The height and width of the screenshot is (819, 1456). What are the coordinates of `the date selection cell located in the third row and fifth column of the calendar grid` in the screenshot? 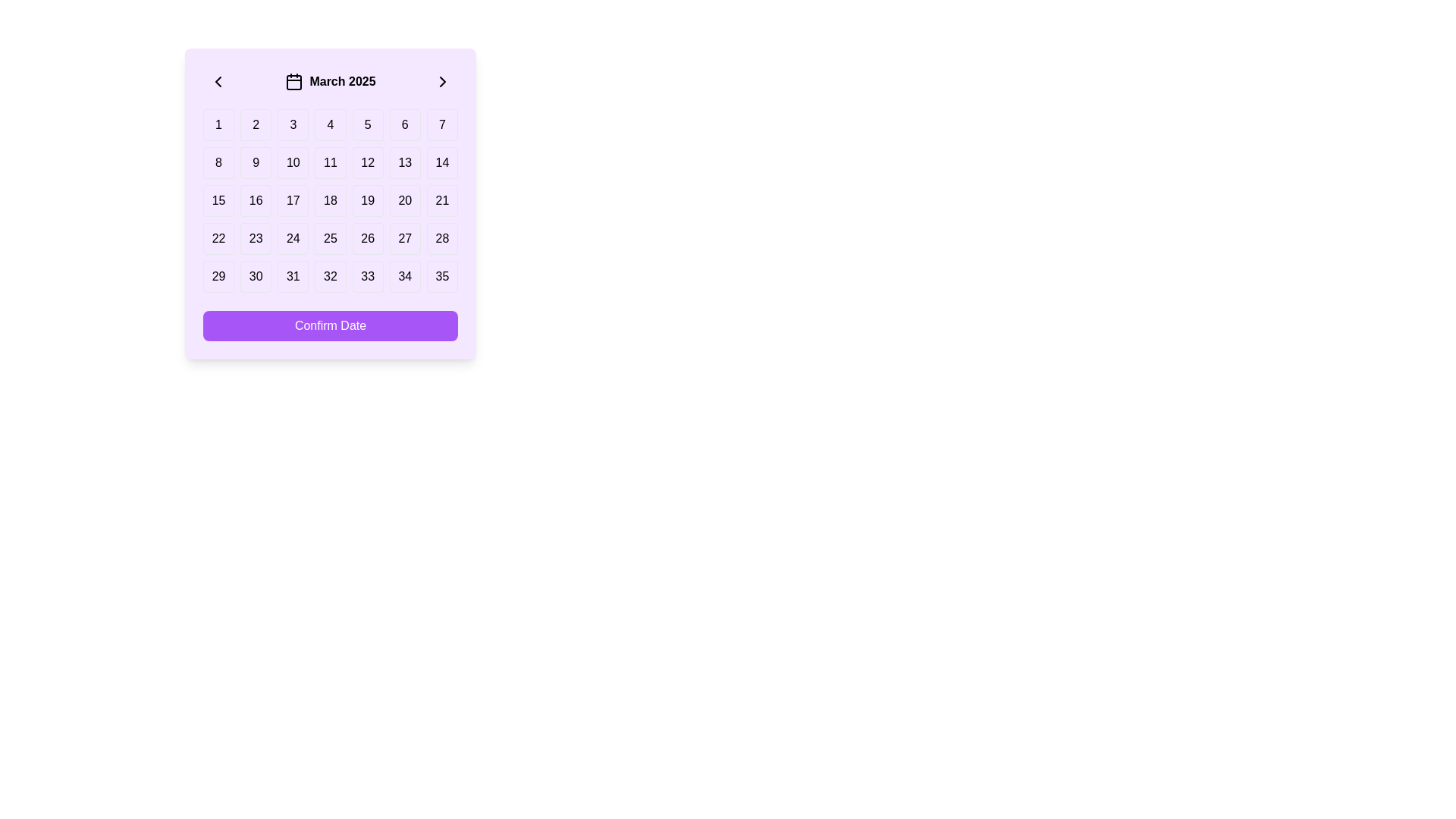 It's located at (368, 200).